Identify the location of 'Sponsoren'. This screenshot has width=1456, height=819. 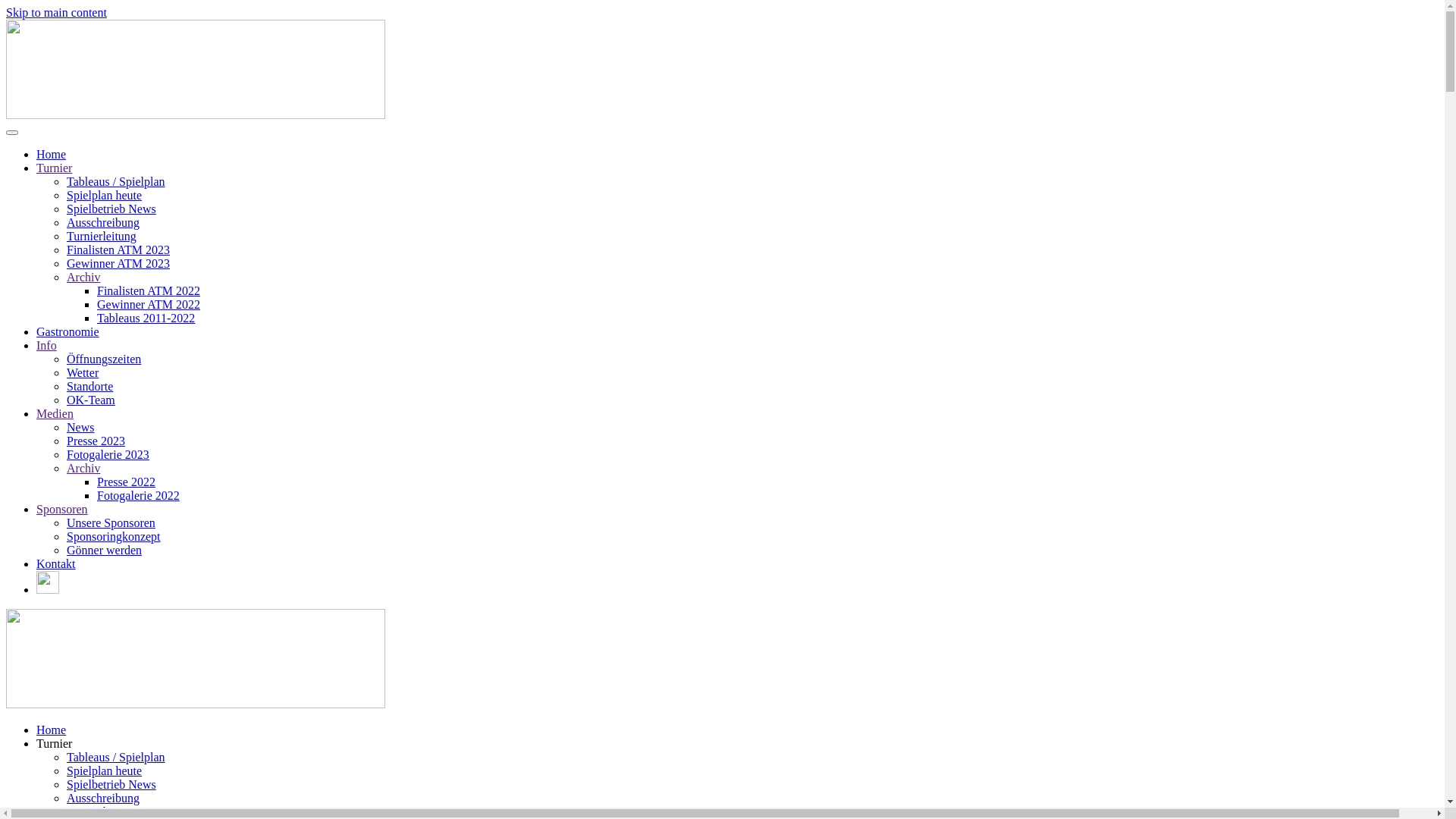
(61, 509).